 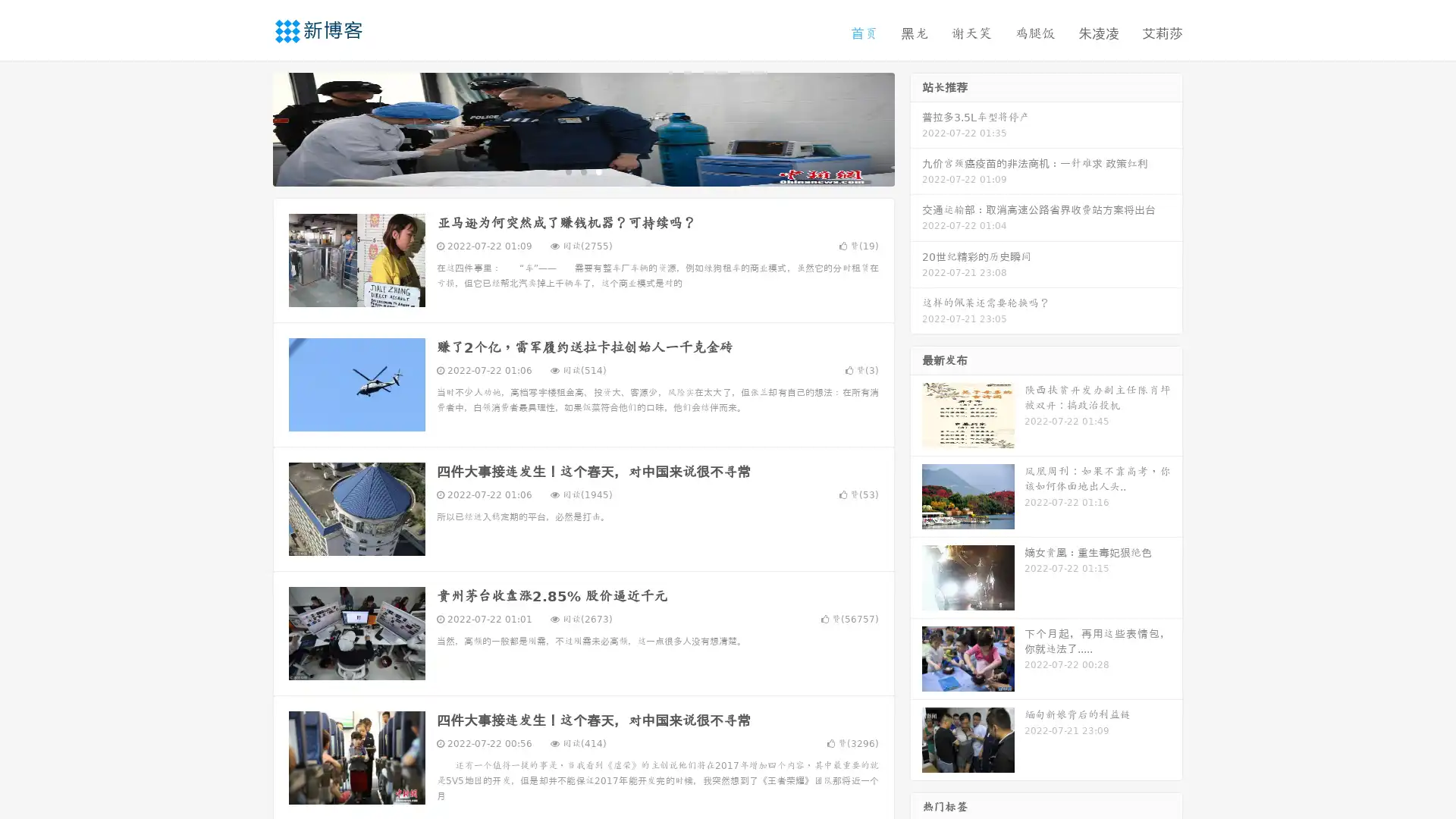 What do you see at coordinates (567, 171) in the screenshot?
I see `Go to slide 1` at bounding box center [567, 171].